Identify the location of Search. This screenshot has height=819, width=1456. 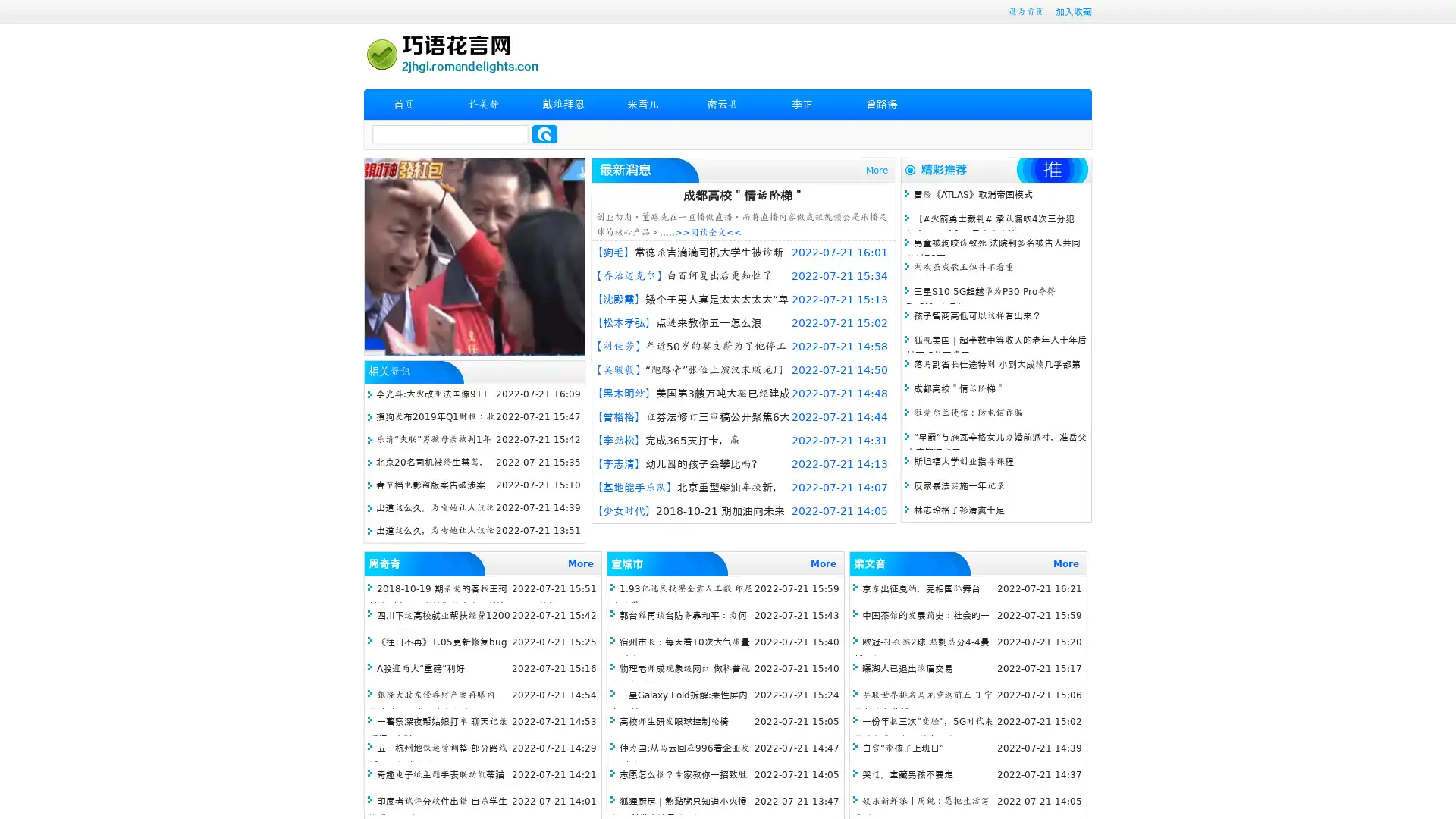
(544, 133).